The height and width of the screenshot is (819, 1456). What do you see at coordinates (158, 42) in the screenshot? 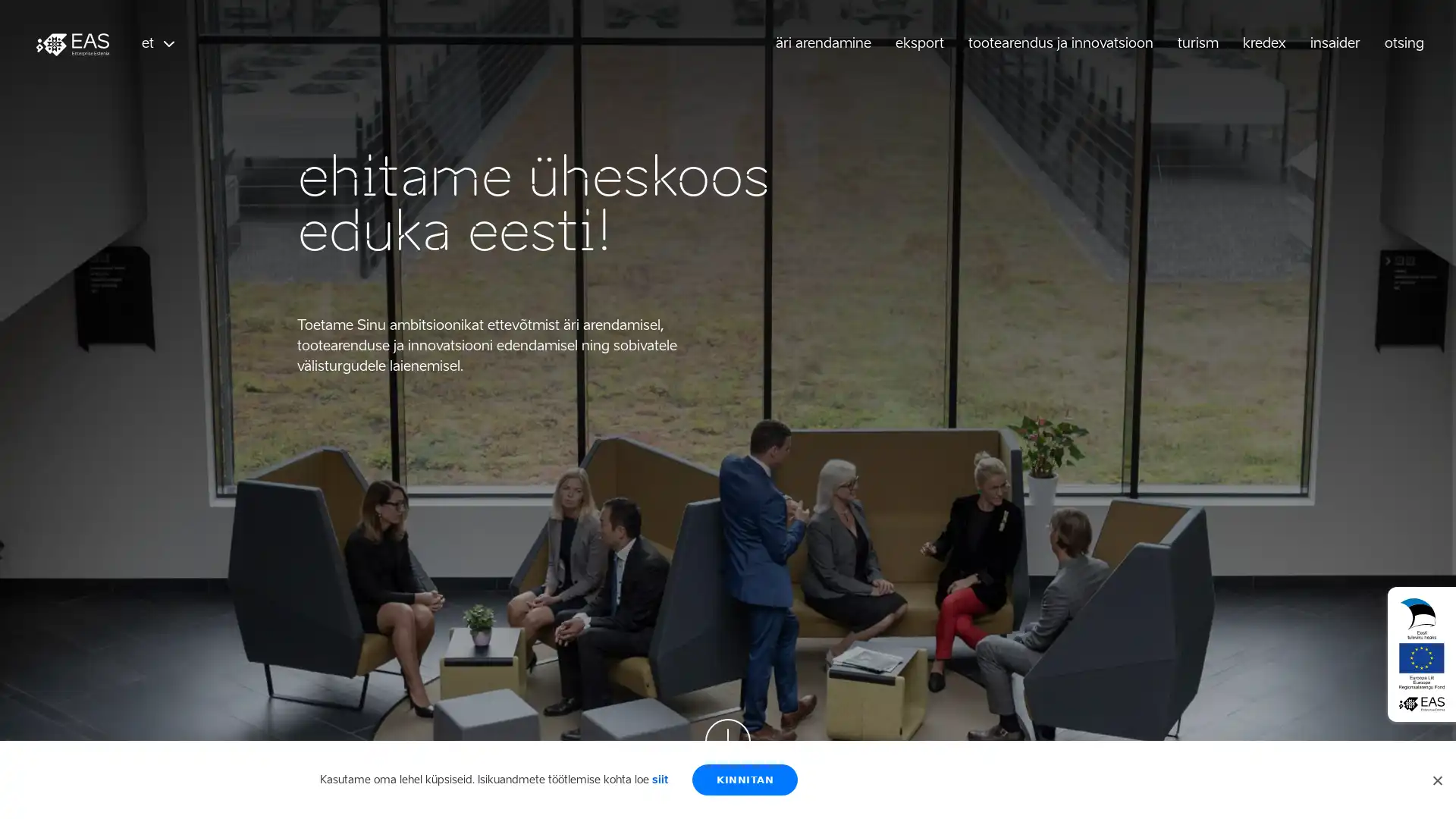
I see `et` at bounding box center [158, 42].